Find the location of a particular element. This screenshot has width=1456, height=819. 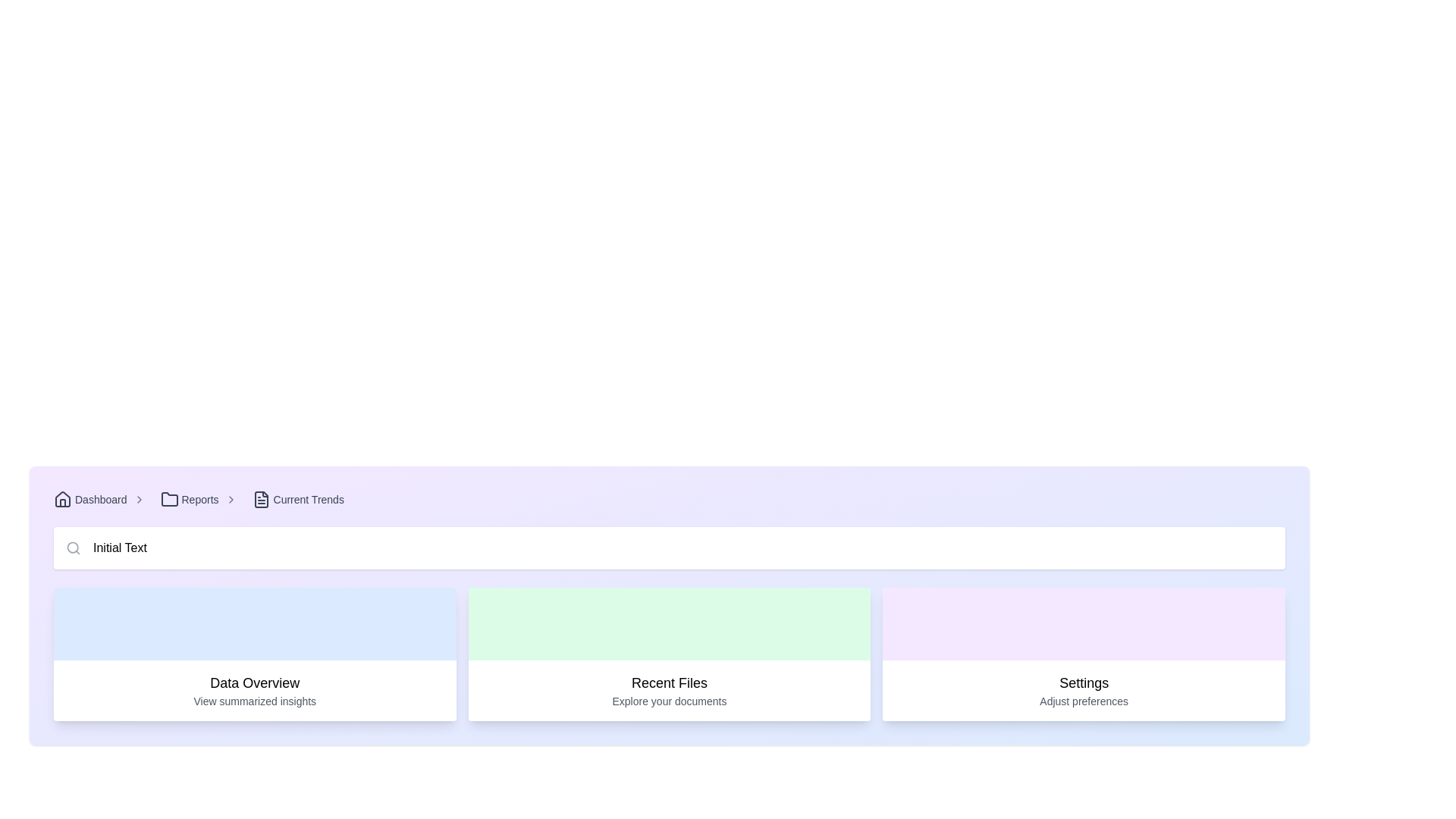

the 'Data Overview' informational section, which includes the heading 'Data Overview' and the subheading 'View summarized insights' is located at coordinates (255, 690).